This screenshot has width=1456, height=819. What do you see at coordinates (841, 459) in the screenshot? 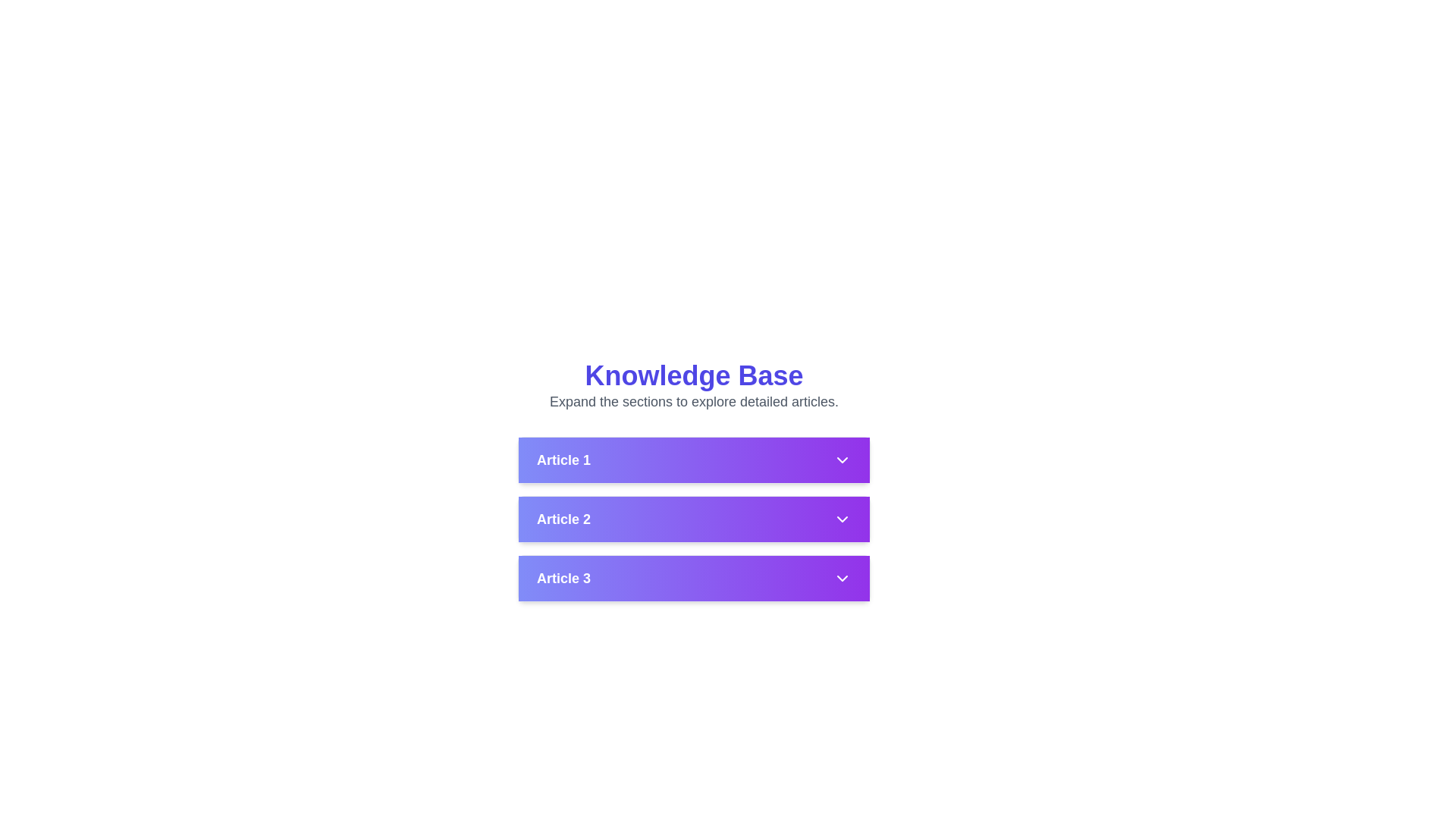
I see `the dropdown toggle icon located to the far-right of the 'Article 1' section` at bounding box center [841, 459].